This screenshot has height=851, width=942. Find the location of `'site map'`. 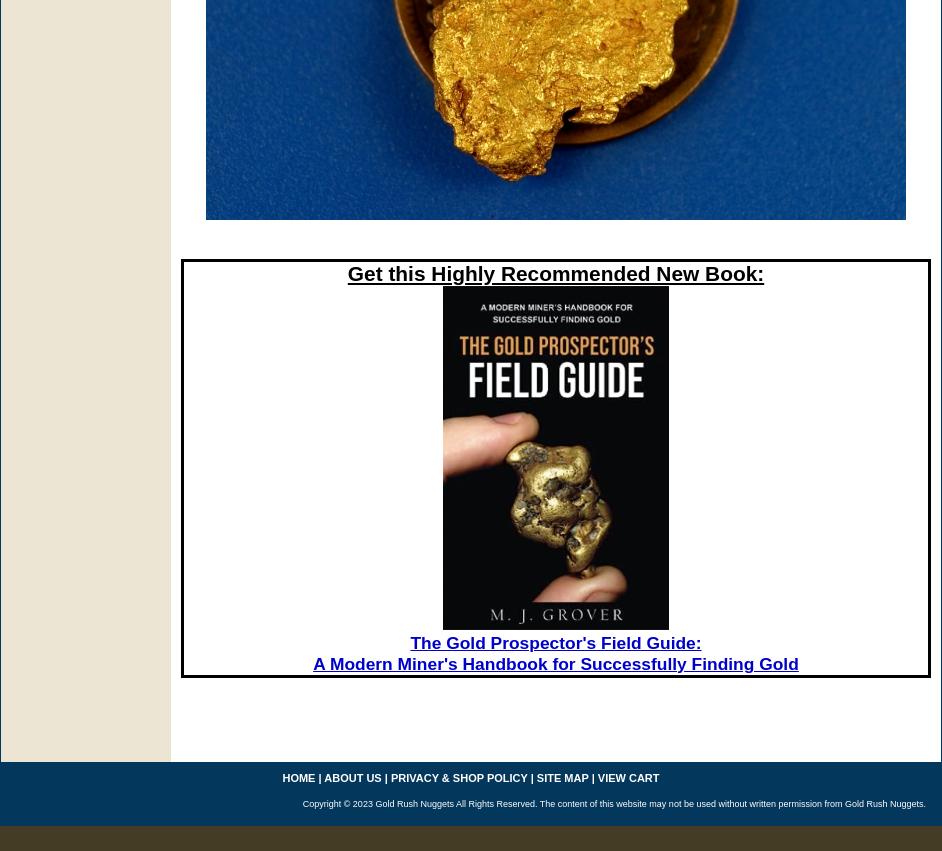

'site map' is located at coordinates (534, 776).